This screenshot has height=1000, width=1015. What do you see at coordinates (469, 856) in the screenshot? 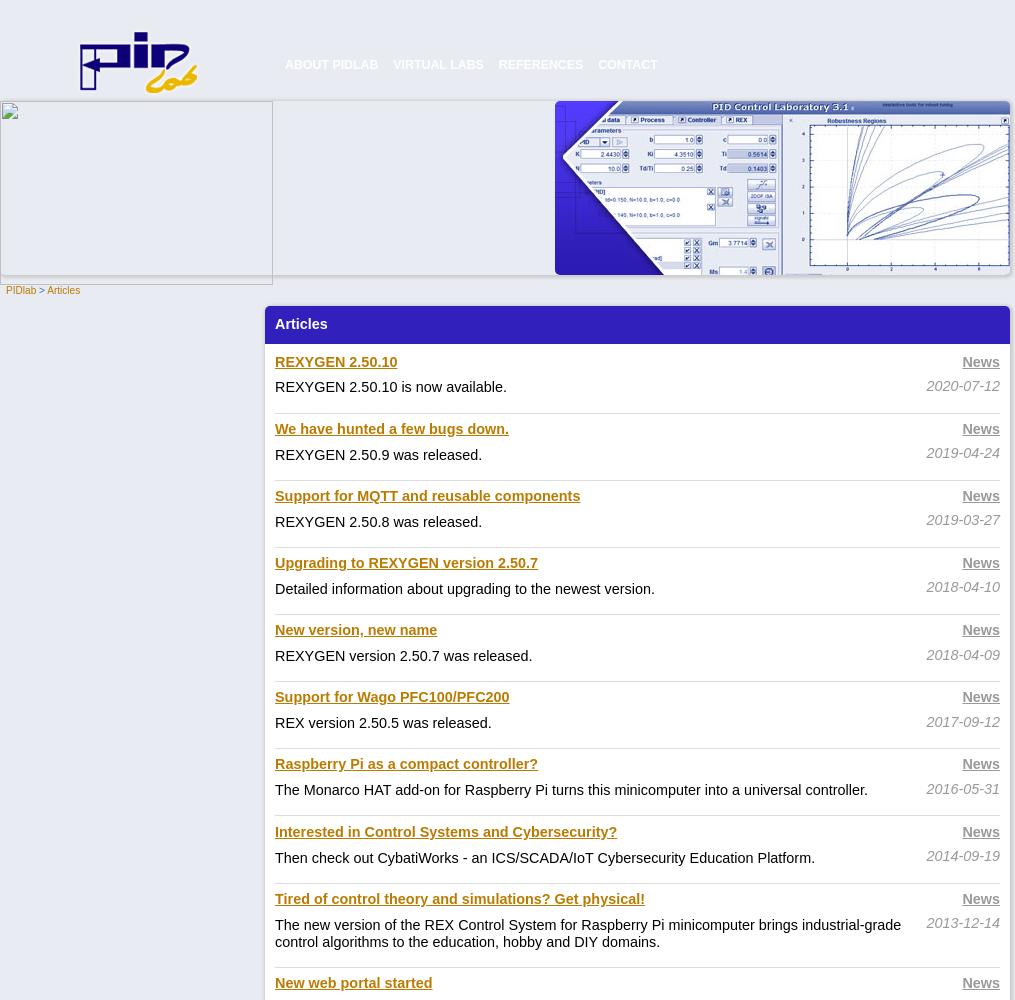
I see `'an ICS/SCADA/IoT Cybersecurity Education Platform.'` at bounding box center [469, 856].